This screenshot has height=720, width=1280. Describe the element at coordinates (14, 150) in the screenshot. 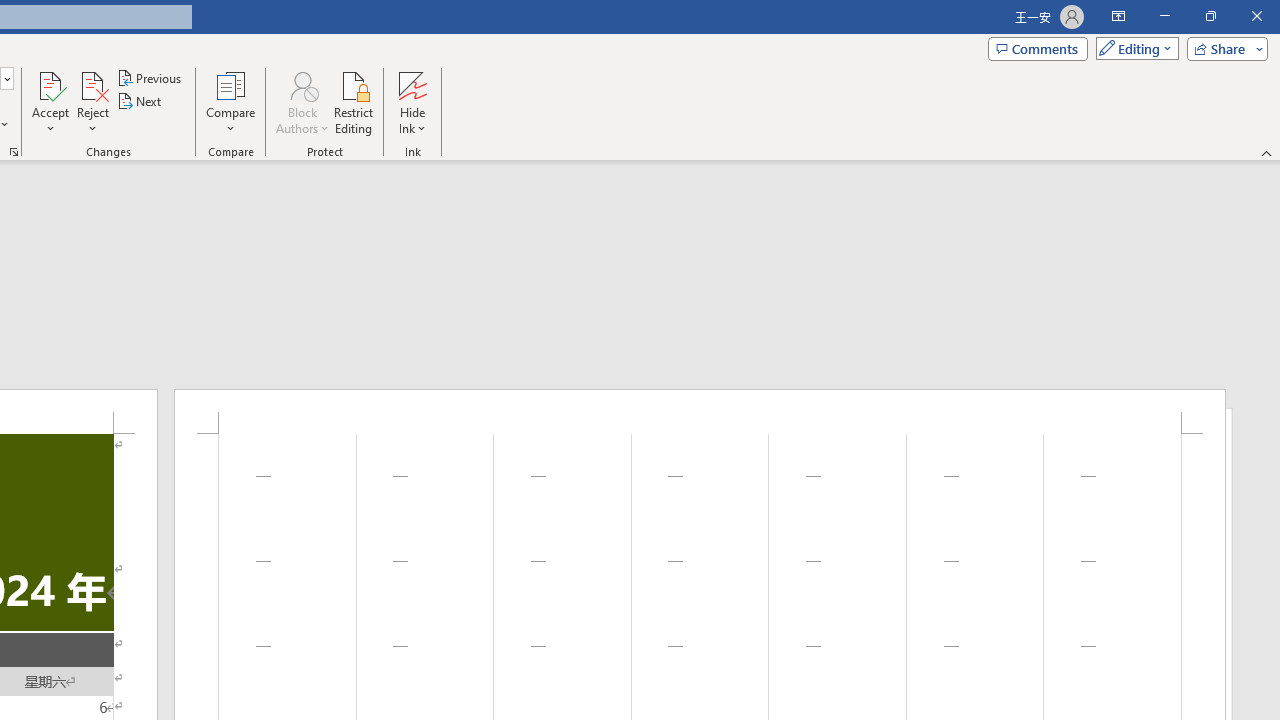

I see `'Change Tracking Options...'` at that location.